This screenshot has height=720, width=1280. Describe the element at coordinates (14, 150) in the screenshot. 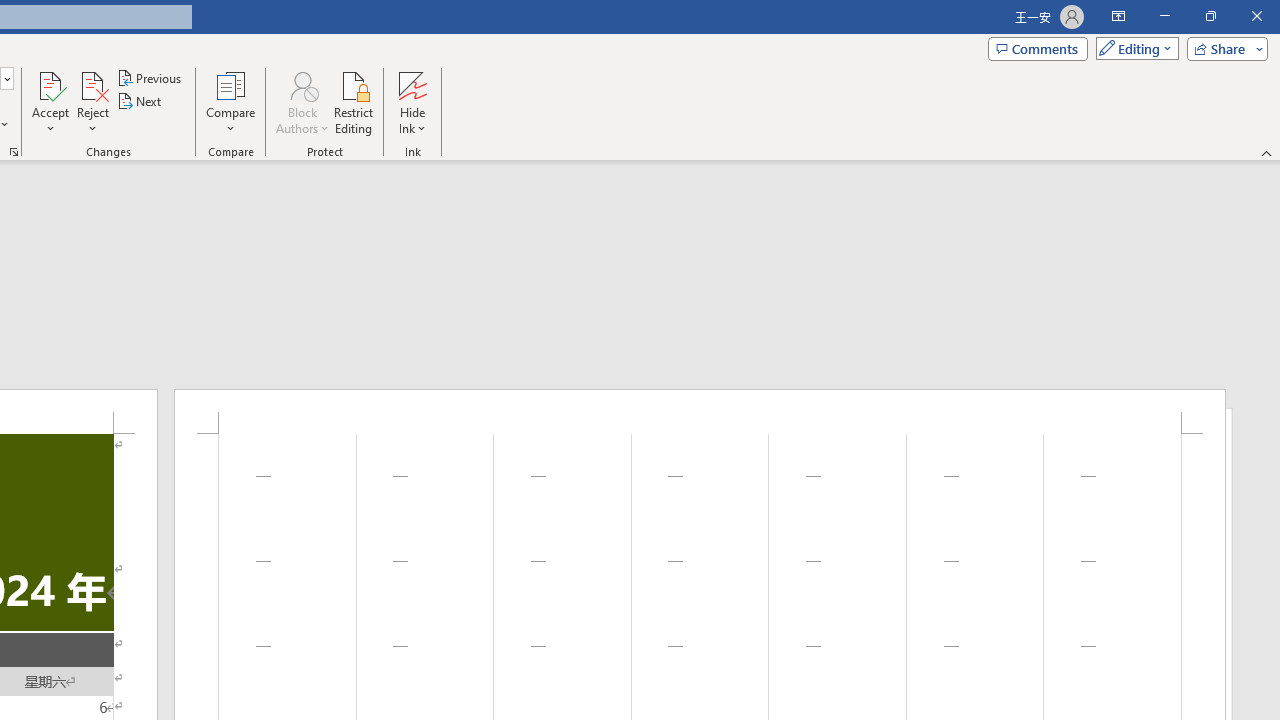

I see `'Change Tracking Options...'` at that location.